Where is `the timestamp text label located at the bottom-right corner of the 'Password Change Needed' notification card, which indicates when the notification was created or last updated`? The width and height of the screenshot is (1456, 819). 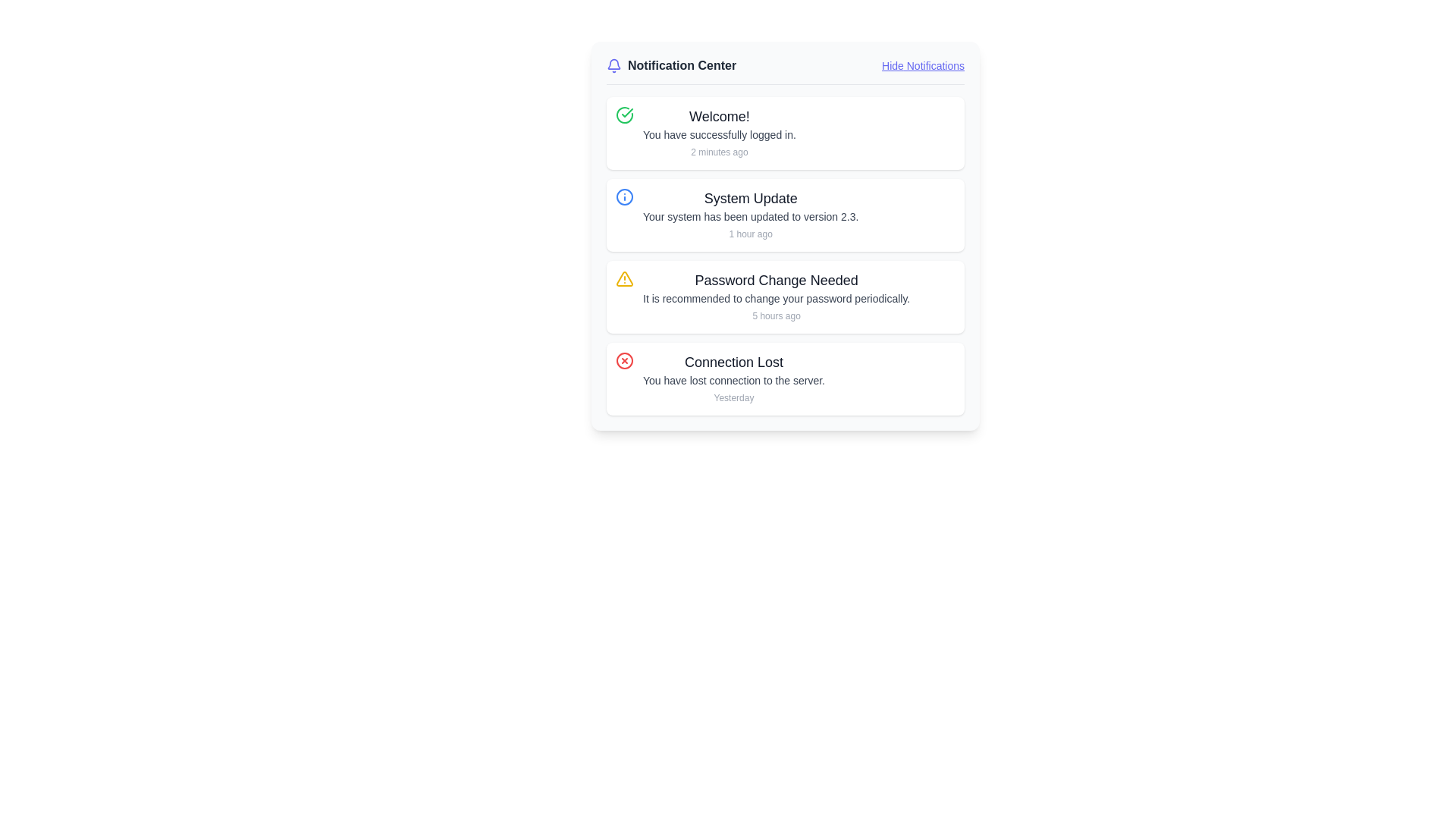 the timestamp text label located at the bottom-right corner of the 'Password Change Needed' notification card, which indicates when the notification was created or last updated is located at coordinates (777, 315).